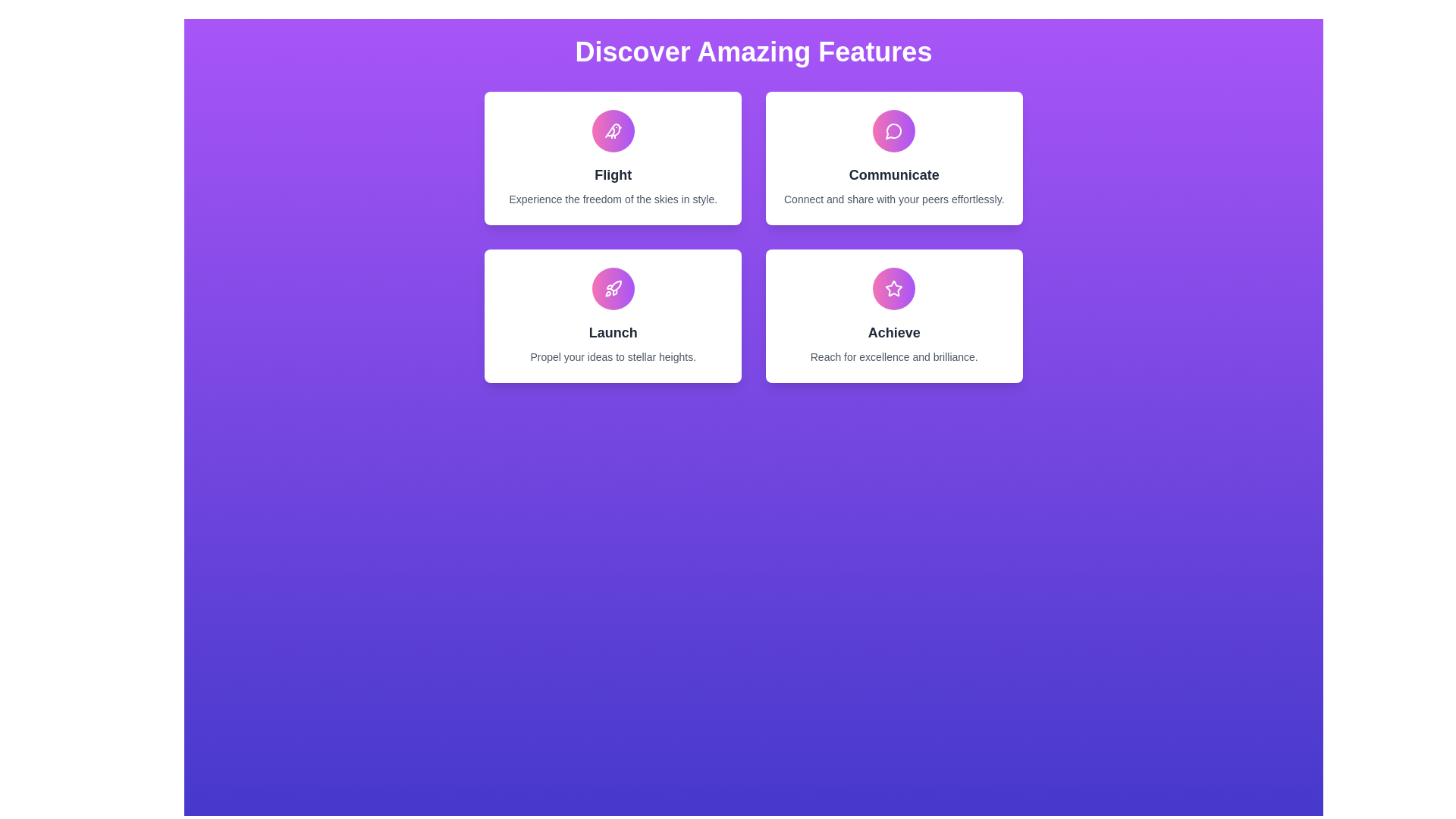 This screenshot has height=819, width=1456. Describe the element at coordinates (613, 174) in the screenshot. I see `the text label that serves as a heading or title for the top-left card in a 2x2 grid, located below a circular pink and purple icon and above descriptive text` at that location.